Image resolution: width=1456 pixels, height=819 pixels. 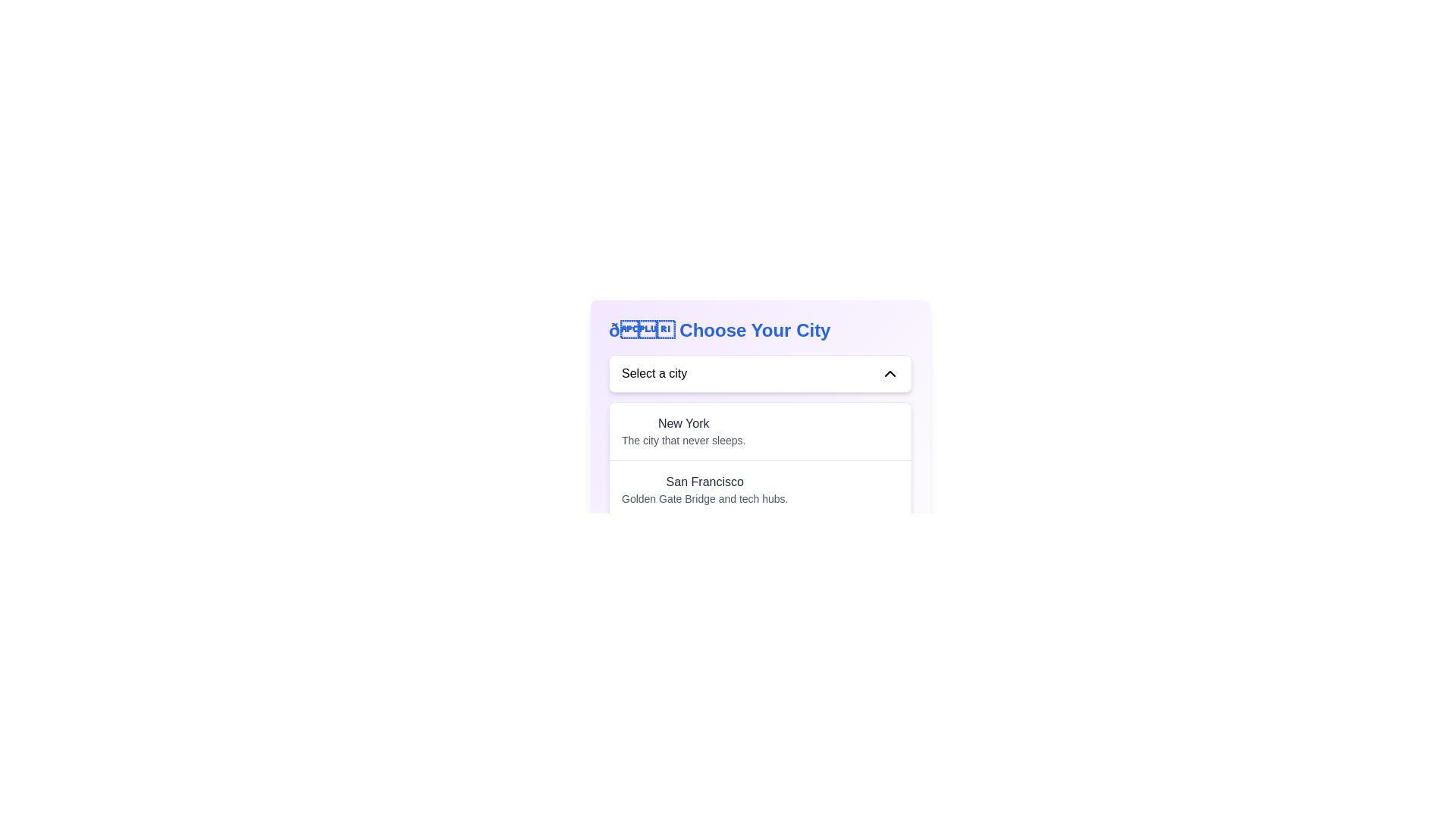 I want to click on the descriptive text label located directly beneath the 'San Francisco' heading in the dropdown menu interface, so click(x=704, y=499).